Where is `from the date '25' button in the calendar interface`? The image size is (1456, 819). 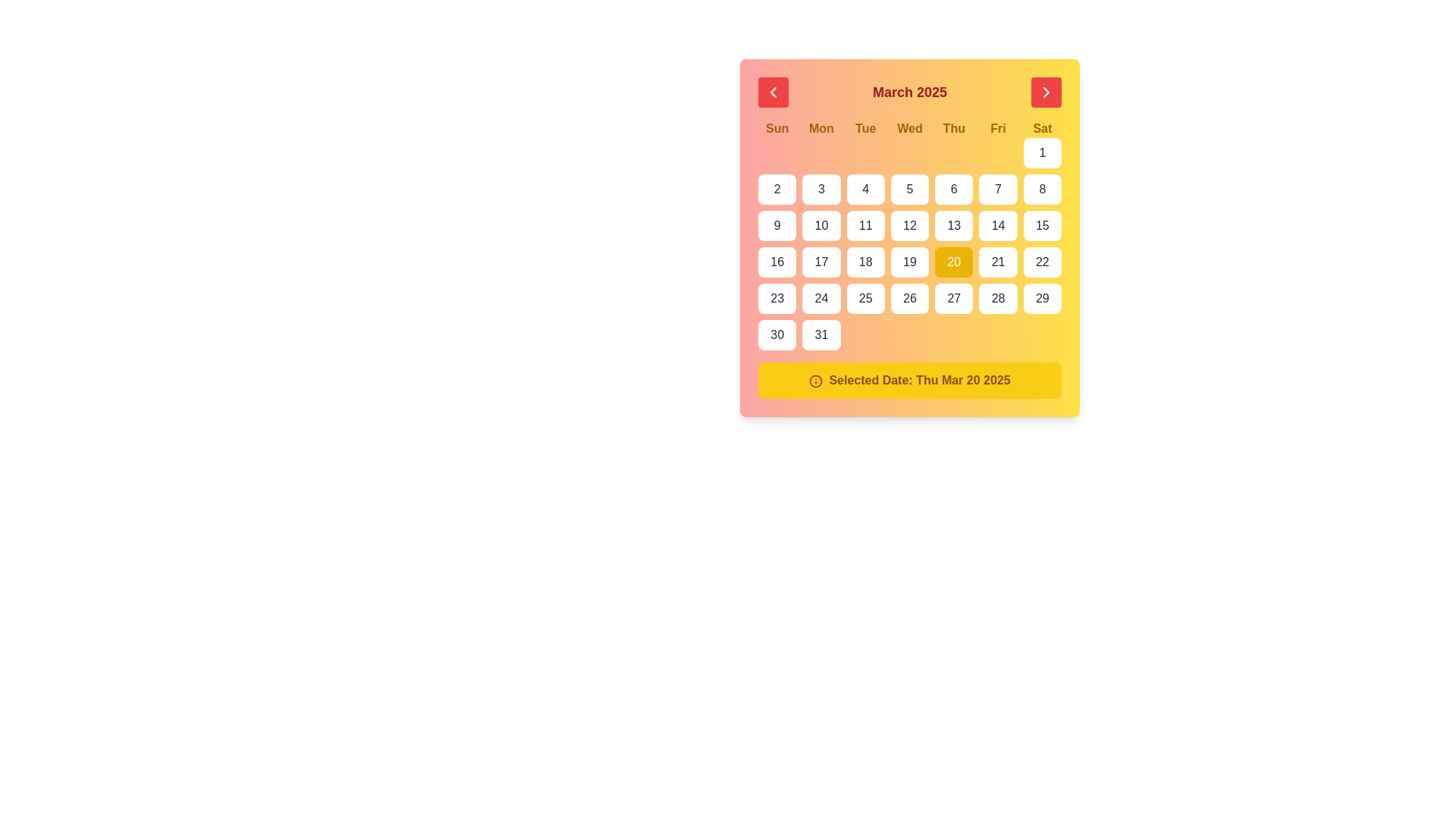
from the date '25' button in the calendar interface is located at coordinates (865, 298).